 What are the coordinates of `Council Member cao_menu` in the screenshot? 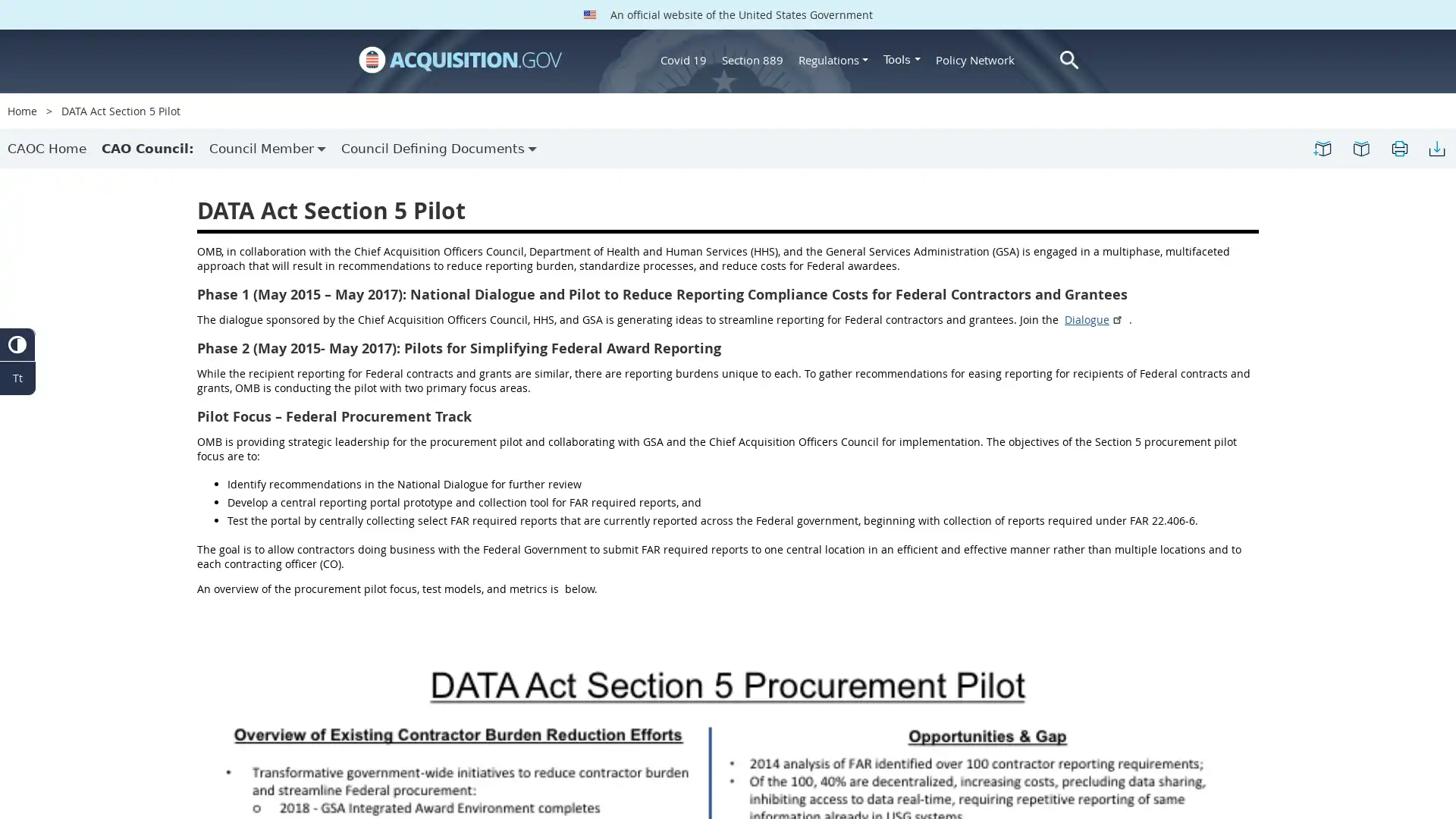 It's located at (268, 149).